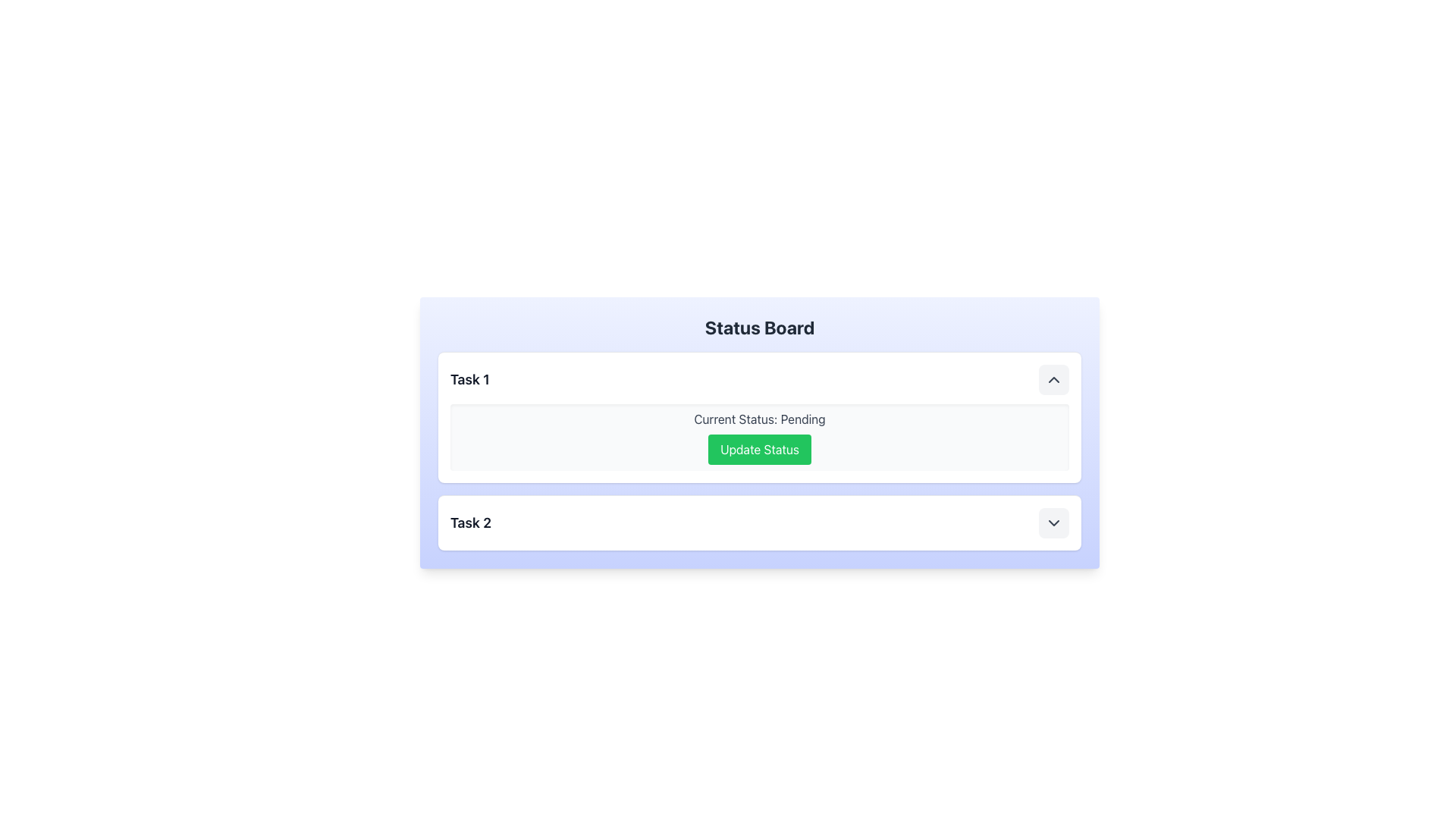 This screenshot has width=1456, height=819. Describe the element at coordinates (760, 327) in the screenshot. I see `the 'Status Board' text header, which is styled in a large, bold font and dark gray color, prominently positioned within a light indigo gradient background` at that location.